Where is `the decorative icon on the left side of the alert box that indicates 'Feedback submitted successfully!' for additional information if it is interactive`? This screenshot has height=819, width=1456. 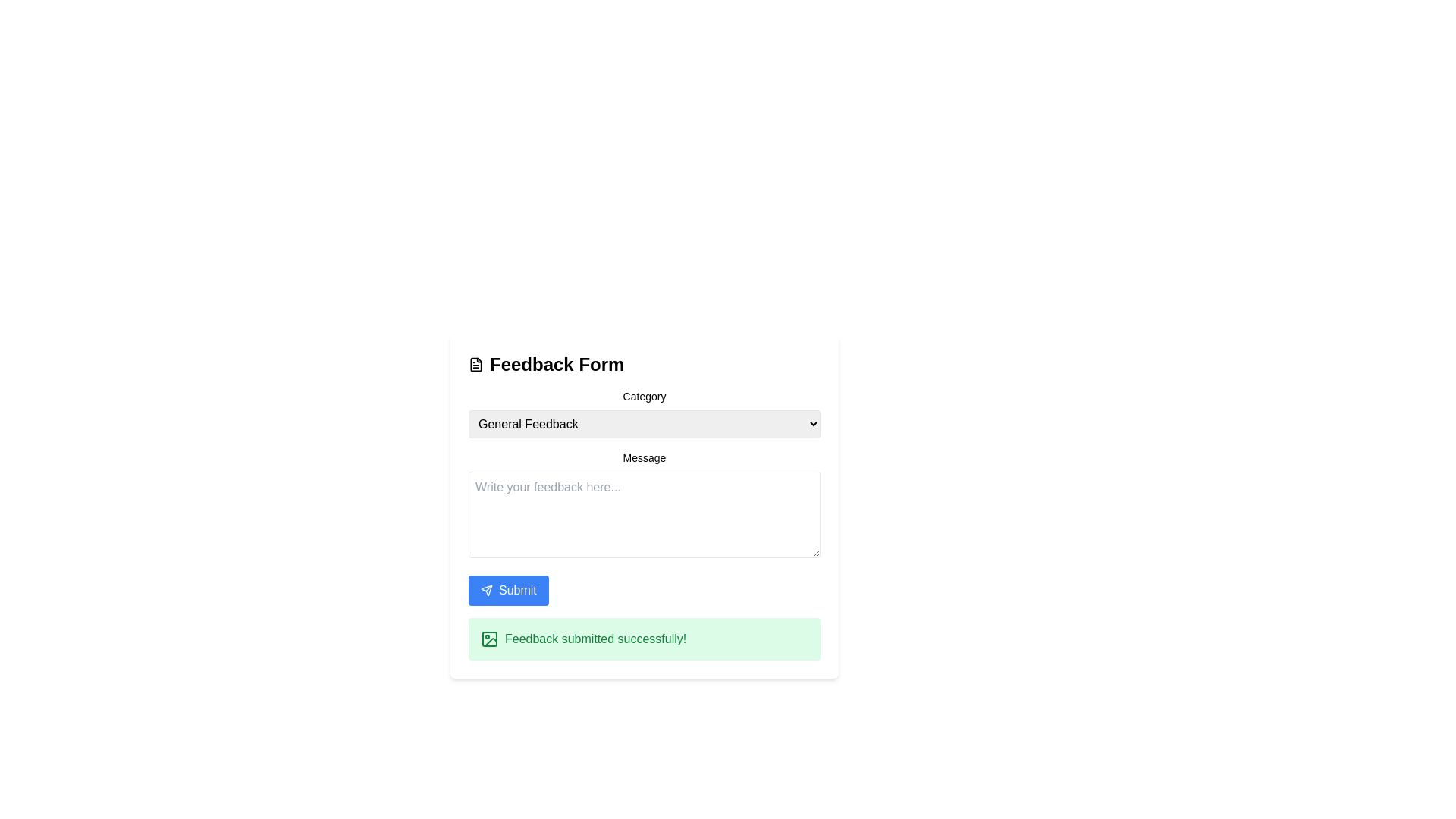 the decorative icon on the left side of the alert box that indicates 'Feedback submitted successfully!' for additional information if it is interactive is located at coordinates (490, 639).